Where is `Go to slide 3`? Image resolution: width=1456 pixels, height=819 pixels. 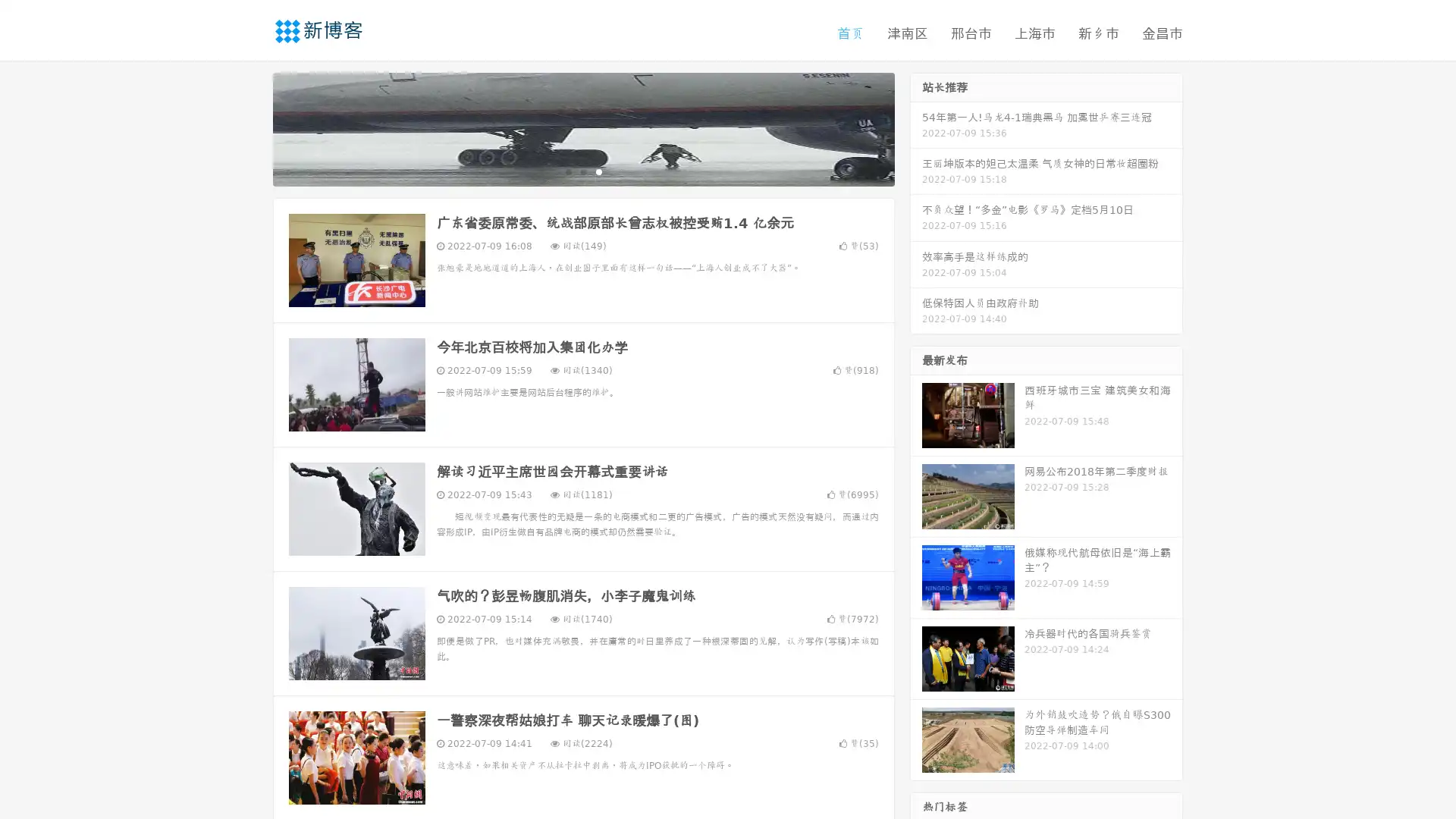 Go to slide 3 is located at coordinates (598, 171).